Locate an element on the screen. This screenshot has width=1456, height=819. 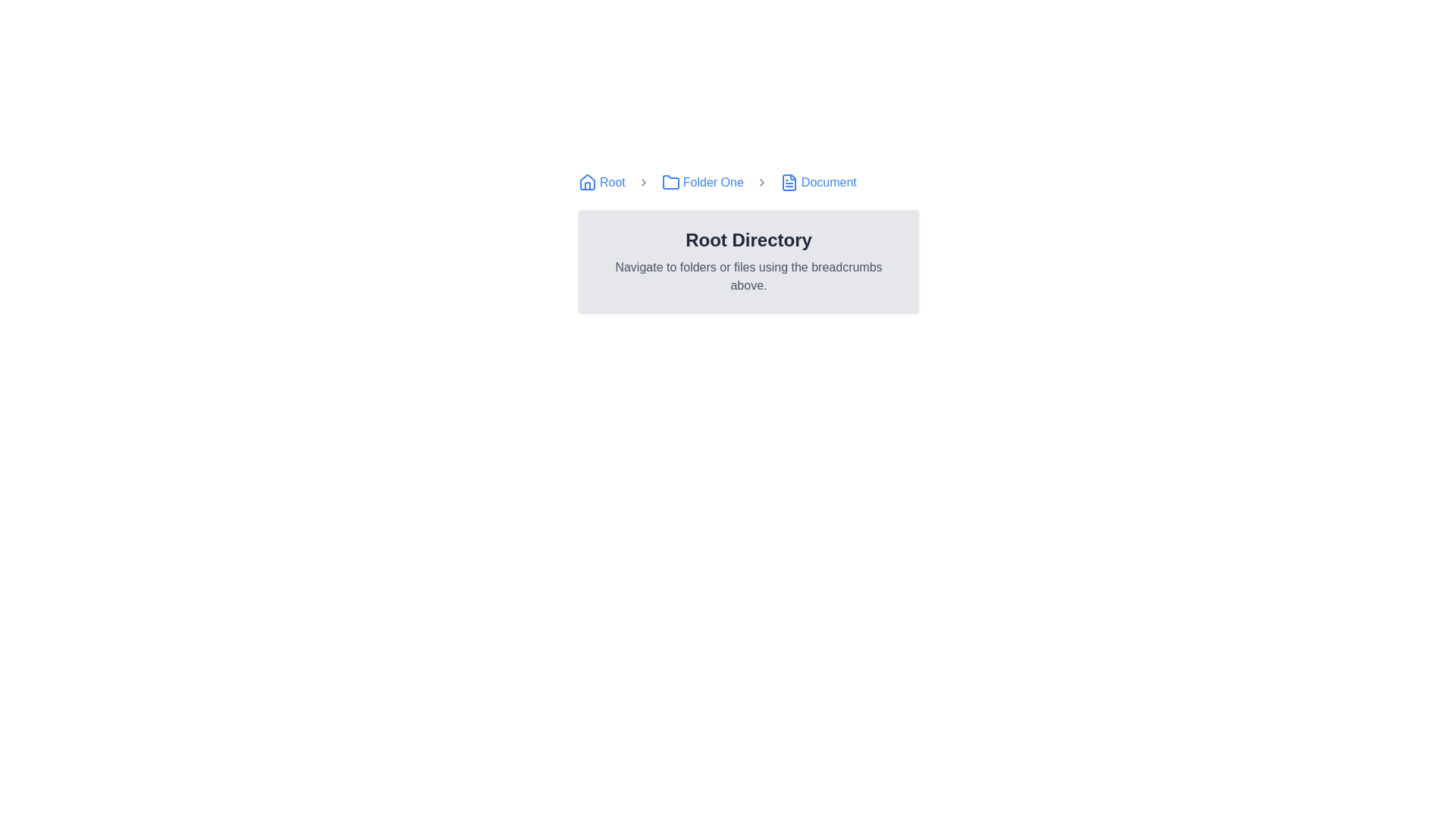
the folder icon labeled 'Folder One' in the breadcrumb navigation, which is positioned second after 'Root' is located at coordinates (670, 181).